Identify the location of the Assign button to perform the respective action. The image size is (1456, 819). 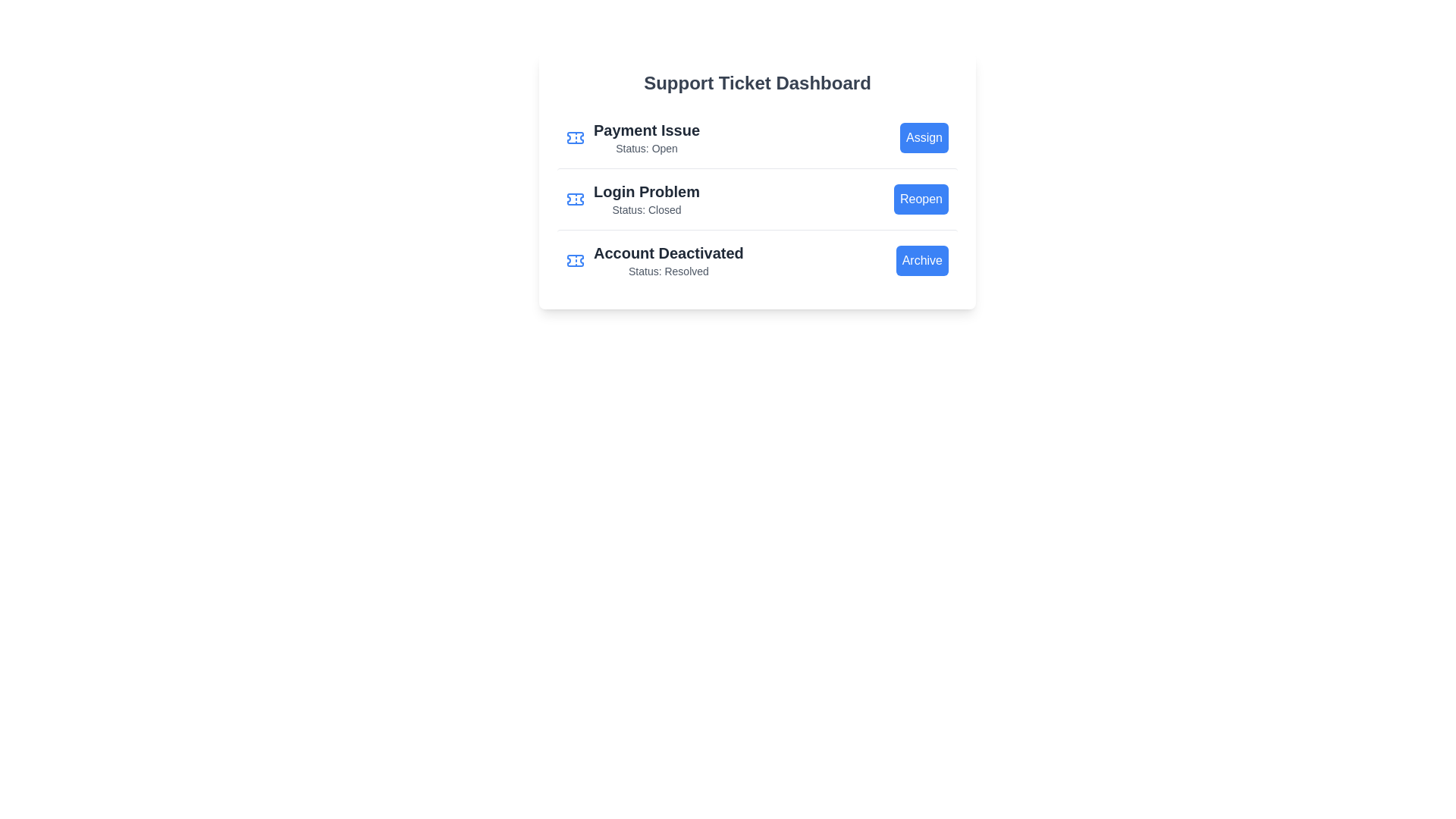
(924, 137).